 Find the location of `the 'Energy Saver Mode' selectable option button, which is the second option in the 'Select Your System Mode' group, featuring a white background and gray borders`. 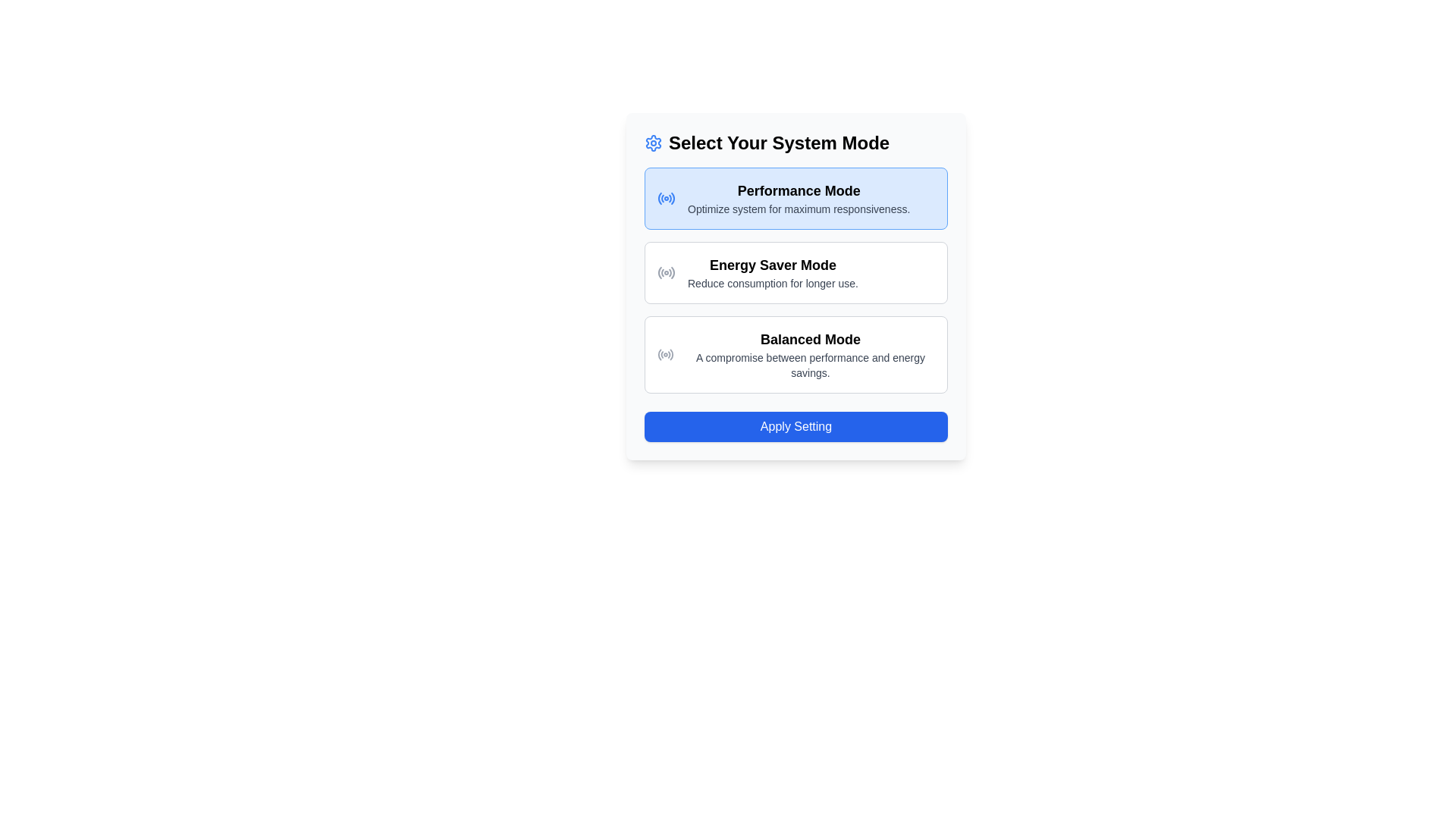

the 'Energy Saver Mode' selectable option button, which is the second option in the 'Select Your System Mode' group, featuring a white background and gray borders is located at coordinates (795, 271).